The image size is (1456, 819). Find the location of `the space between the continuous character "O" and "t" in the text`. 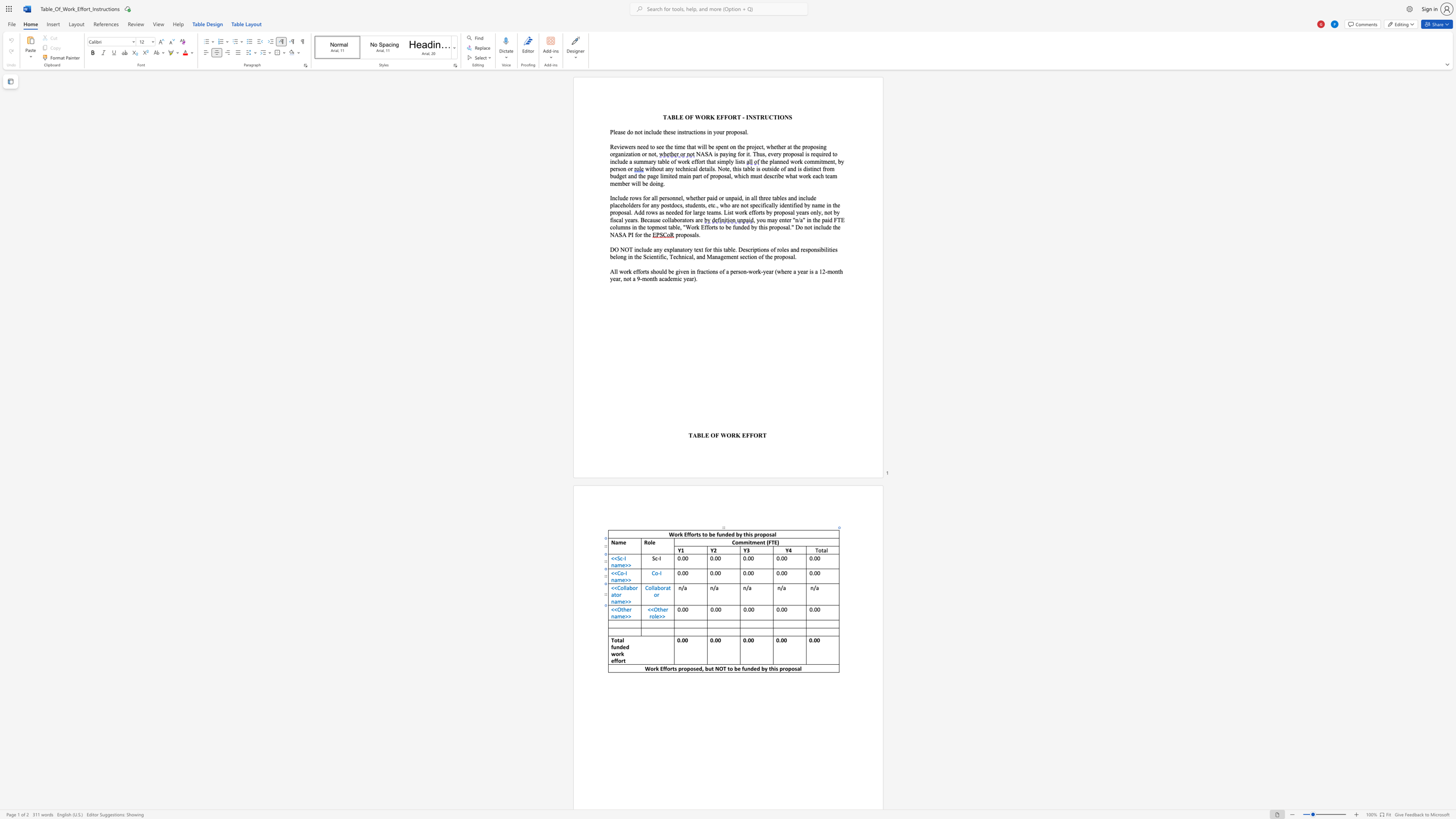

the space between the continuous character "O" and "t" in the text is located at coordinates (656, 609).